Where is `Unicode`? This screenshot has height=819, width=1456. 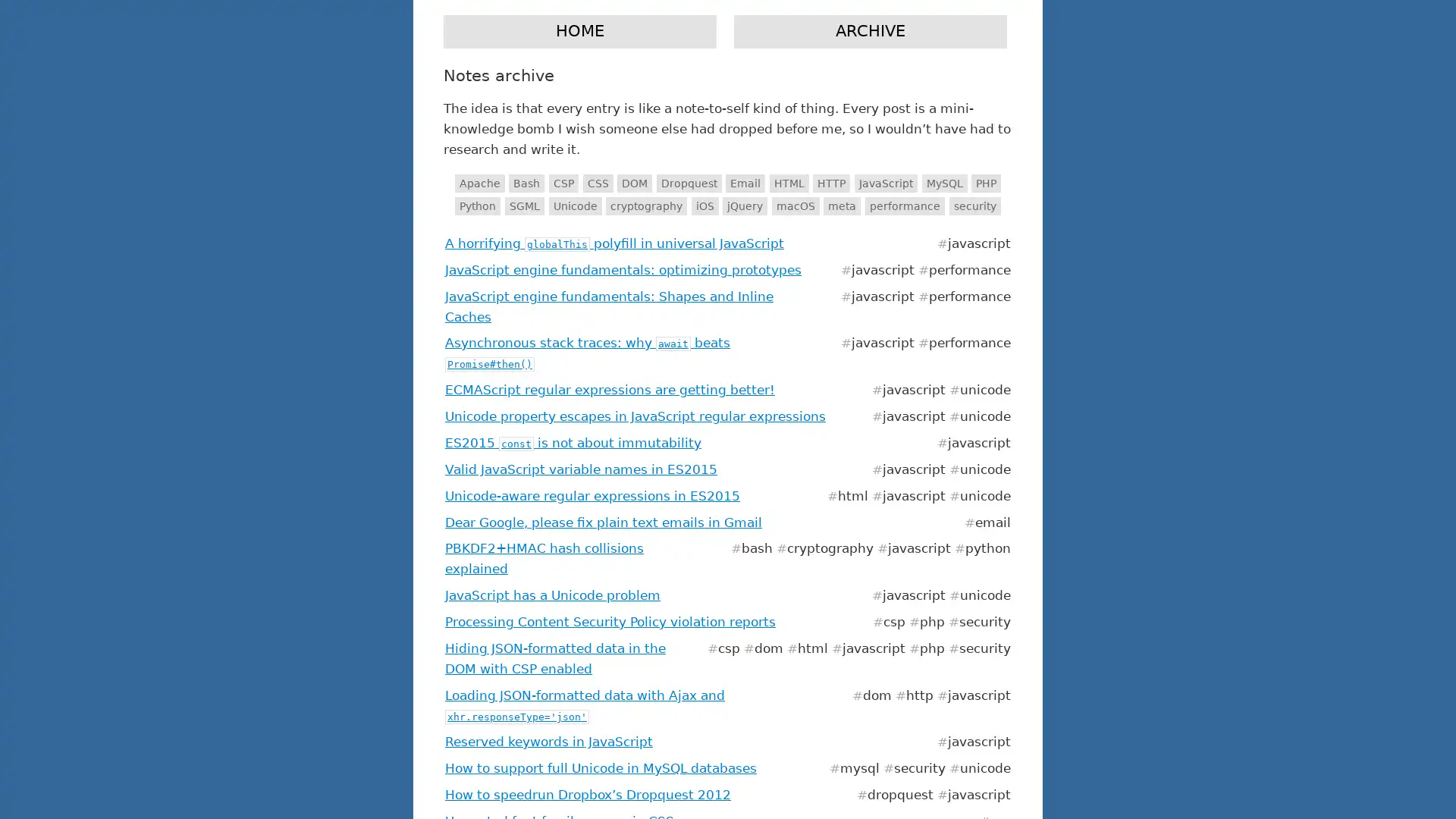 Unicode is located at coordinates (574, 206).